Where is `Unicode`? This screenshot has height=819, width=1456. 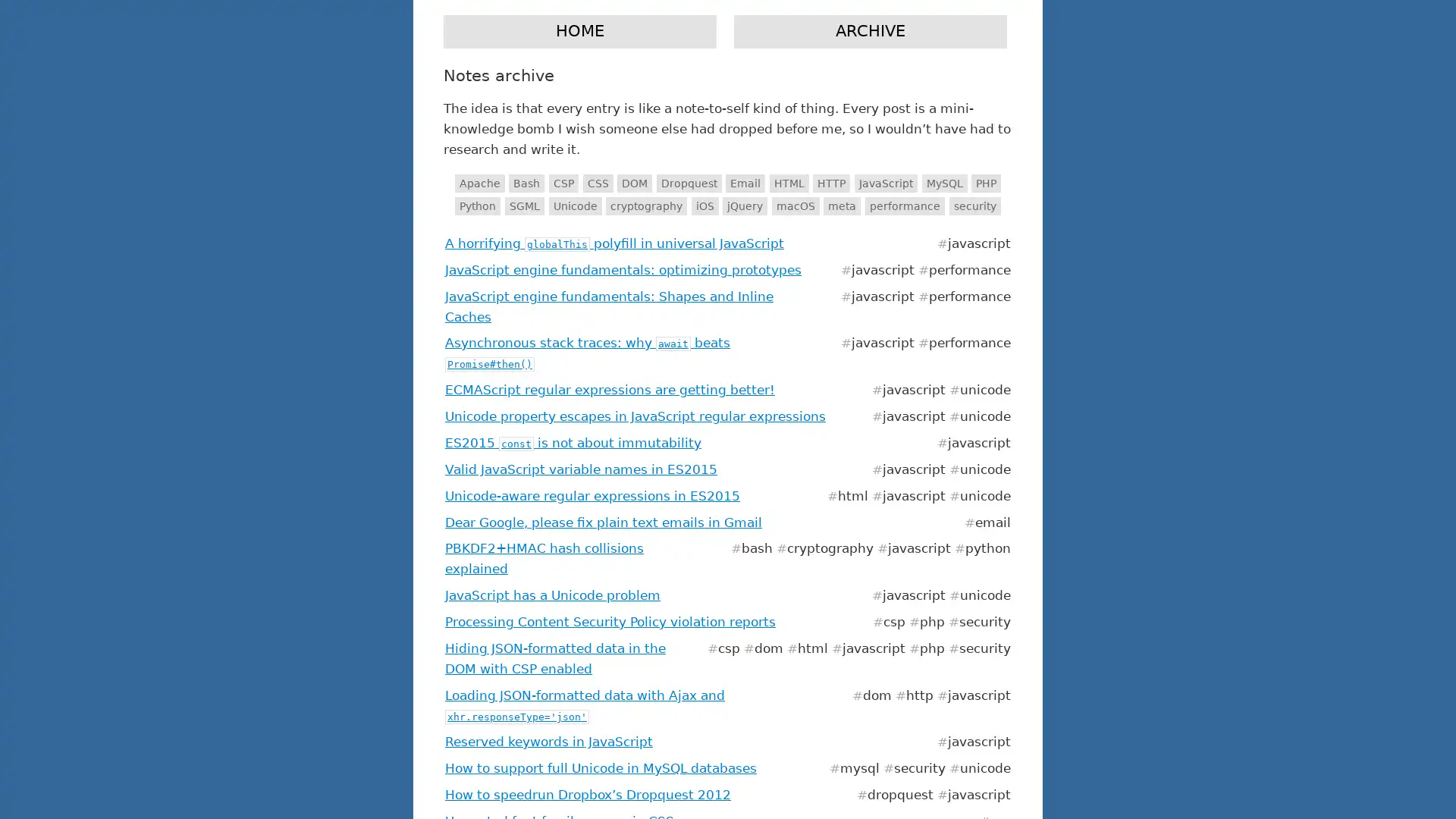 Unicode is located at coordinates (574, 206).